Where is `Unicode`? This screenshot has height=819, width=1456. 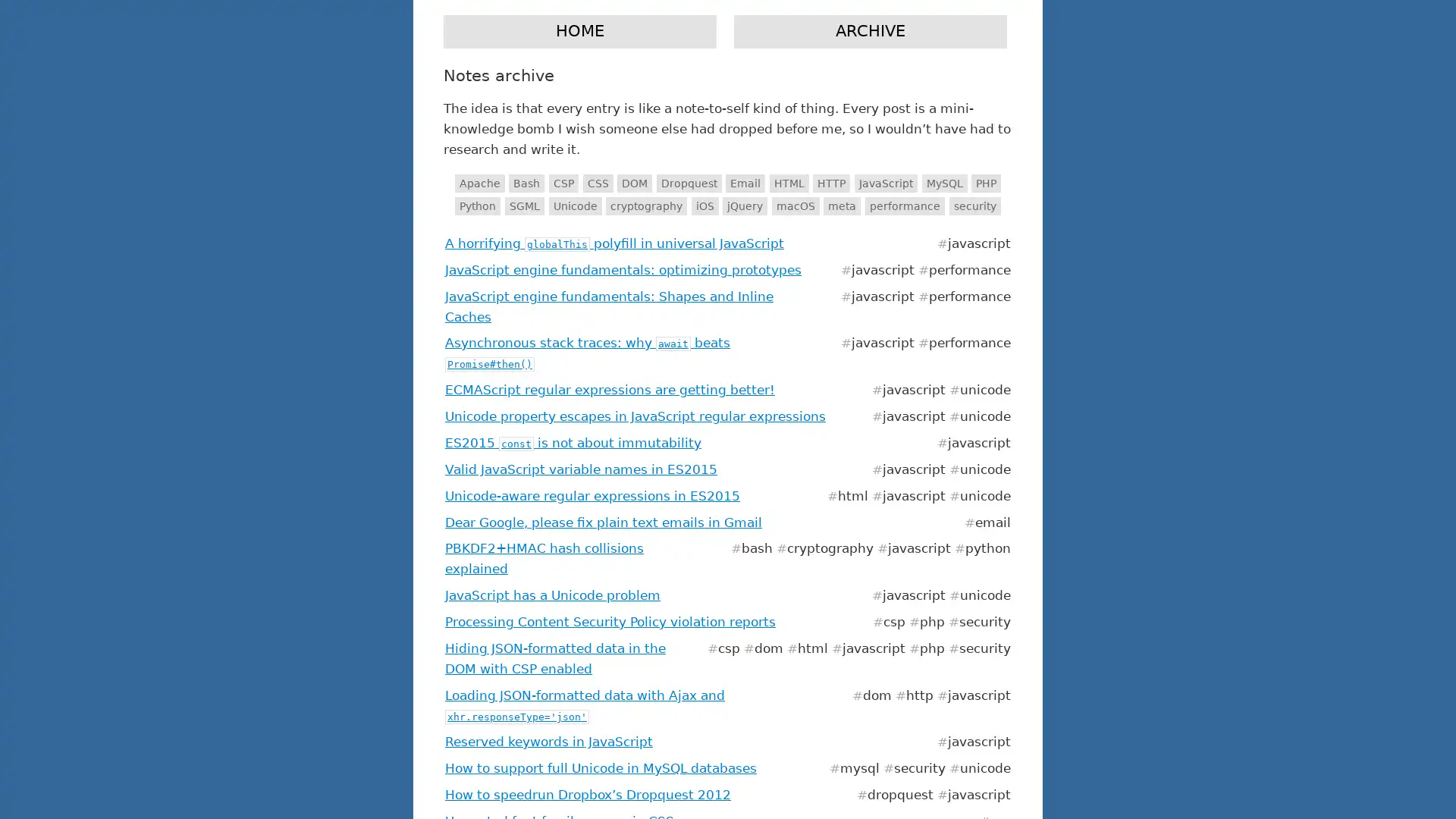 Unicode is located at coordinates (574, 206).